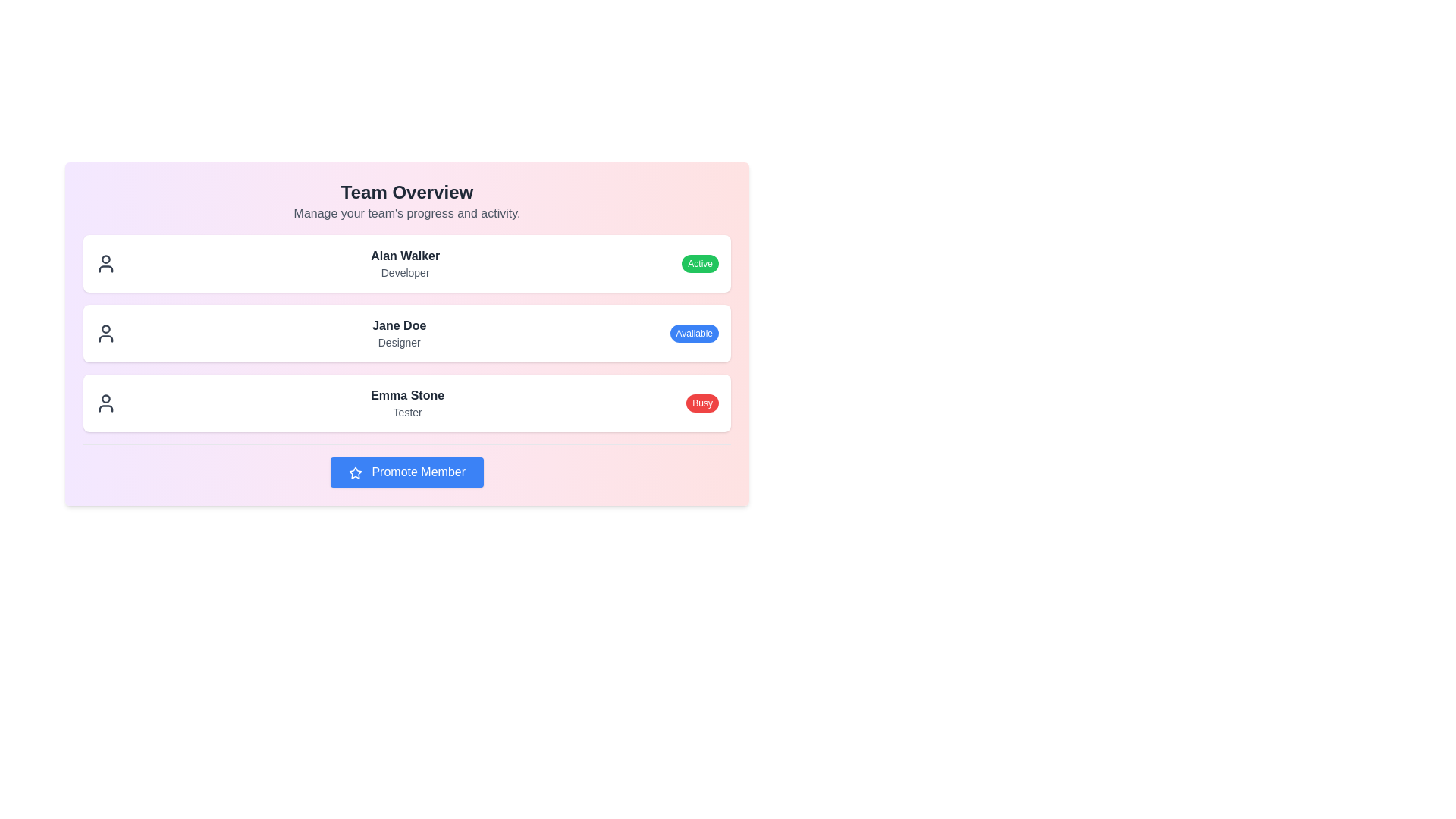  Describe the element at coordinates (405, 271) in the screenshot. I see `the 'Developer' text label, which indicates the user's role, located directly below 'Alan Walker' in the user card at the center of the interface` at that location.